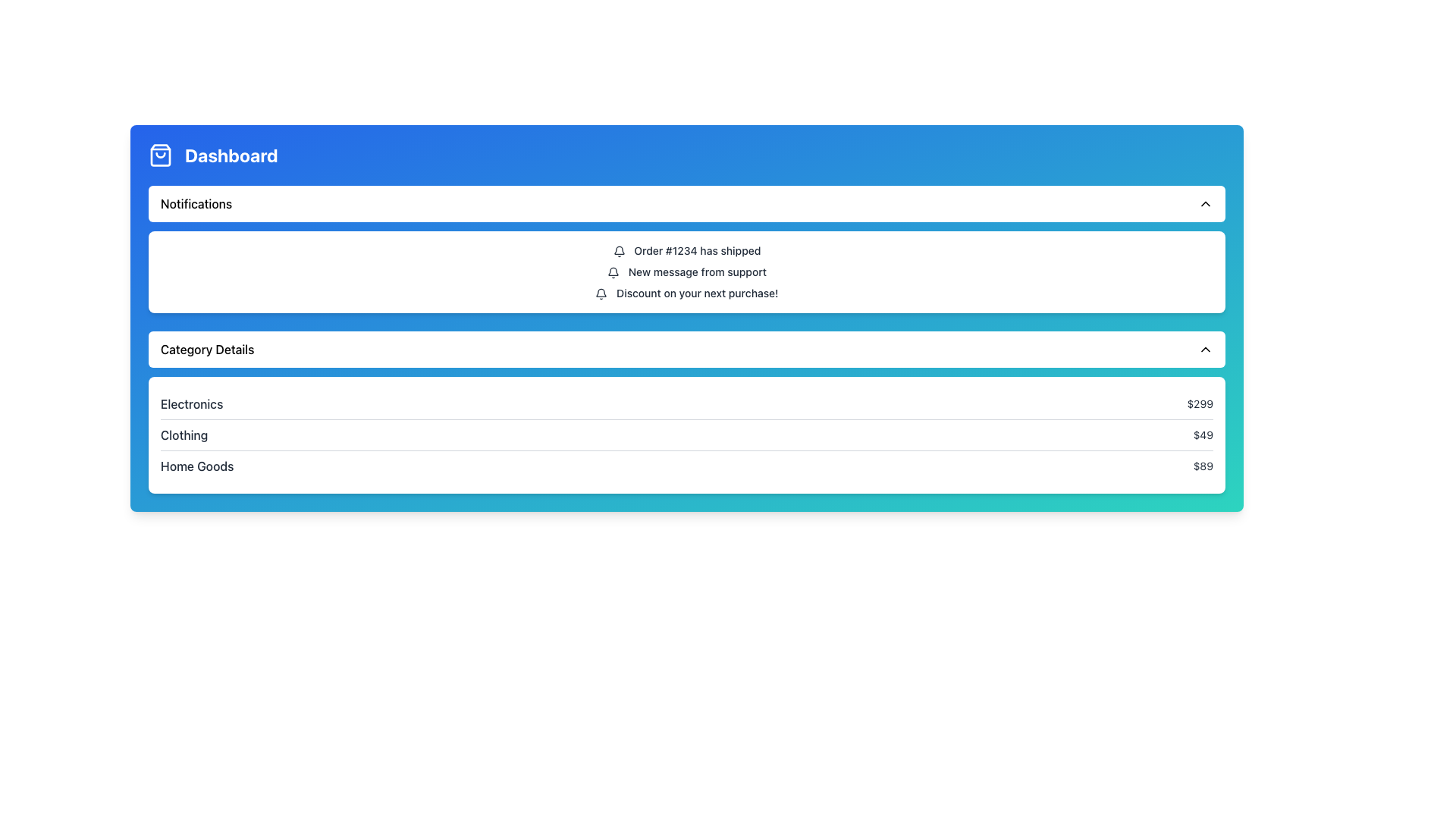  I want to click on the appearance of the bell-shaped icon located to the left of the text 'Order #1234 has shipped', so click(619, 251).